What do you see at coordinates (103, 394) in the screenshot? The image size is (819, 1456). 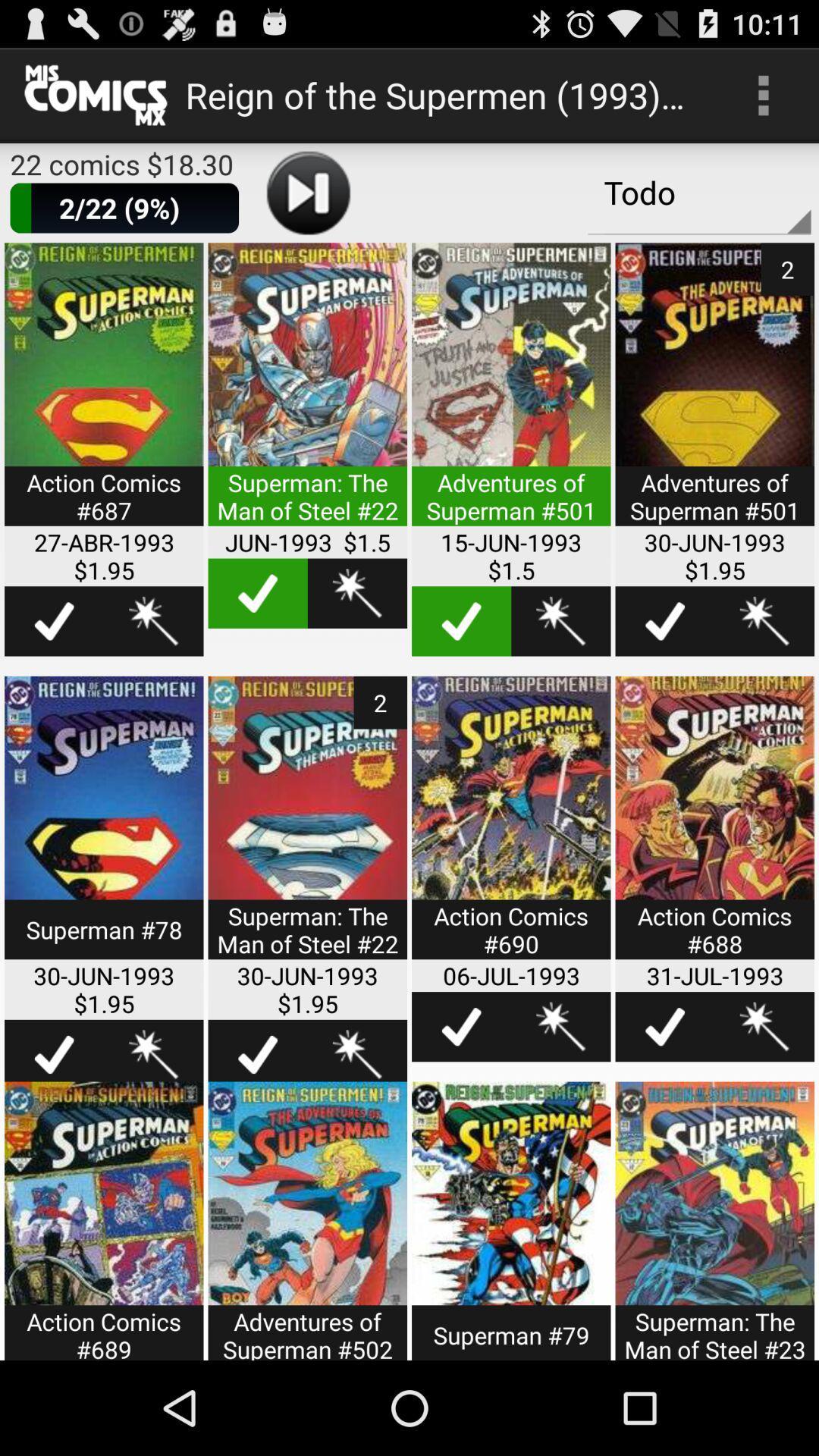 I see `open up comic book` at bounding box center [103, 394].